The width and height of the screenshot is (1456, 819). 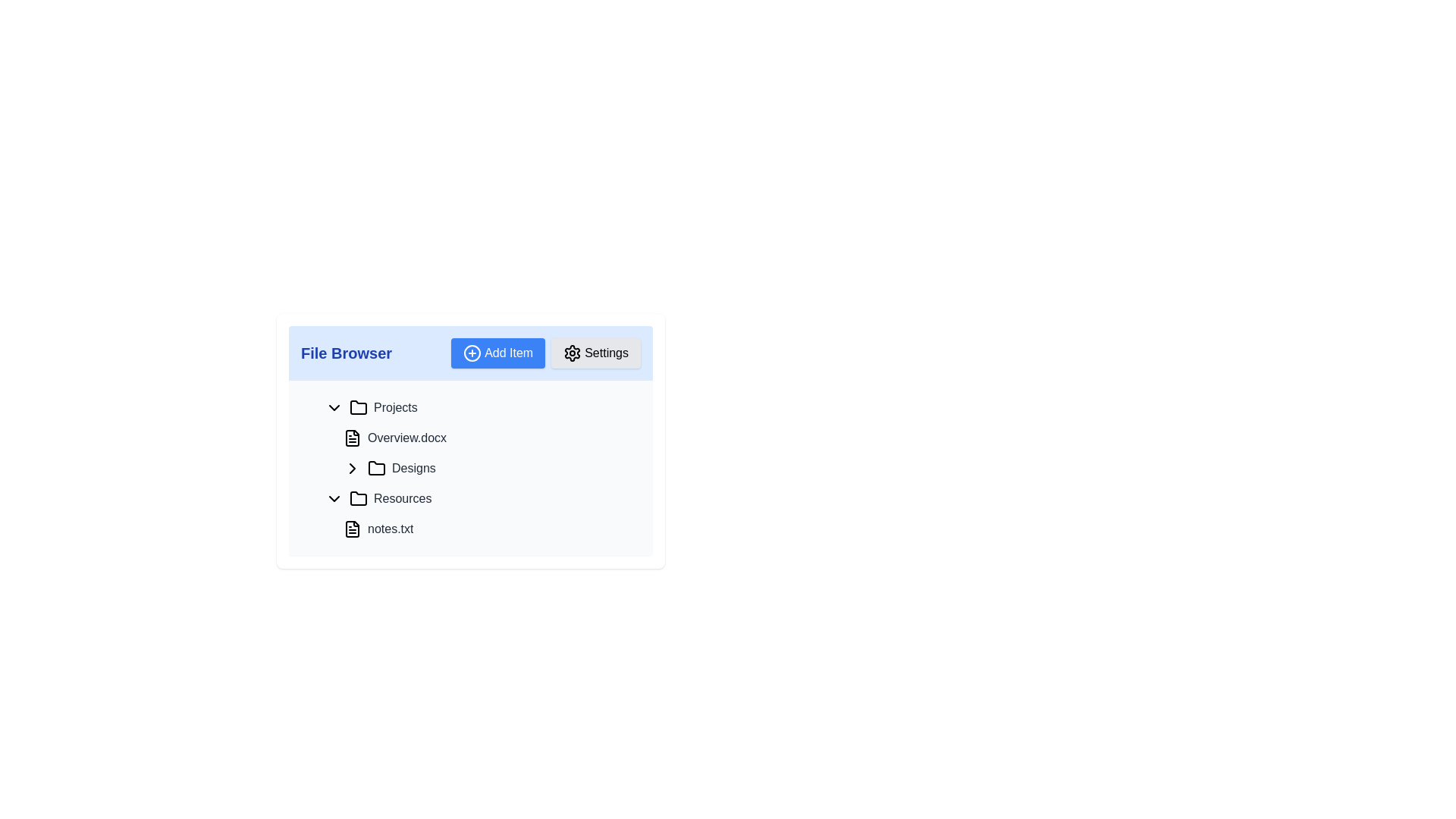 I want to click on the folder item, so click(x=469, y=467).